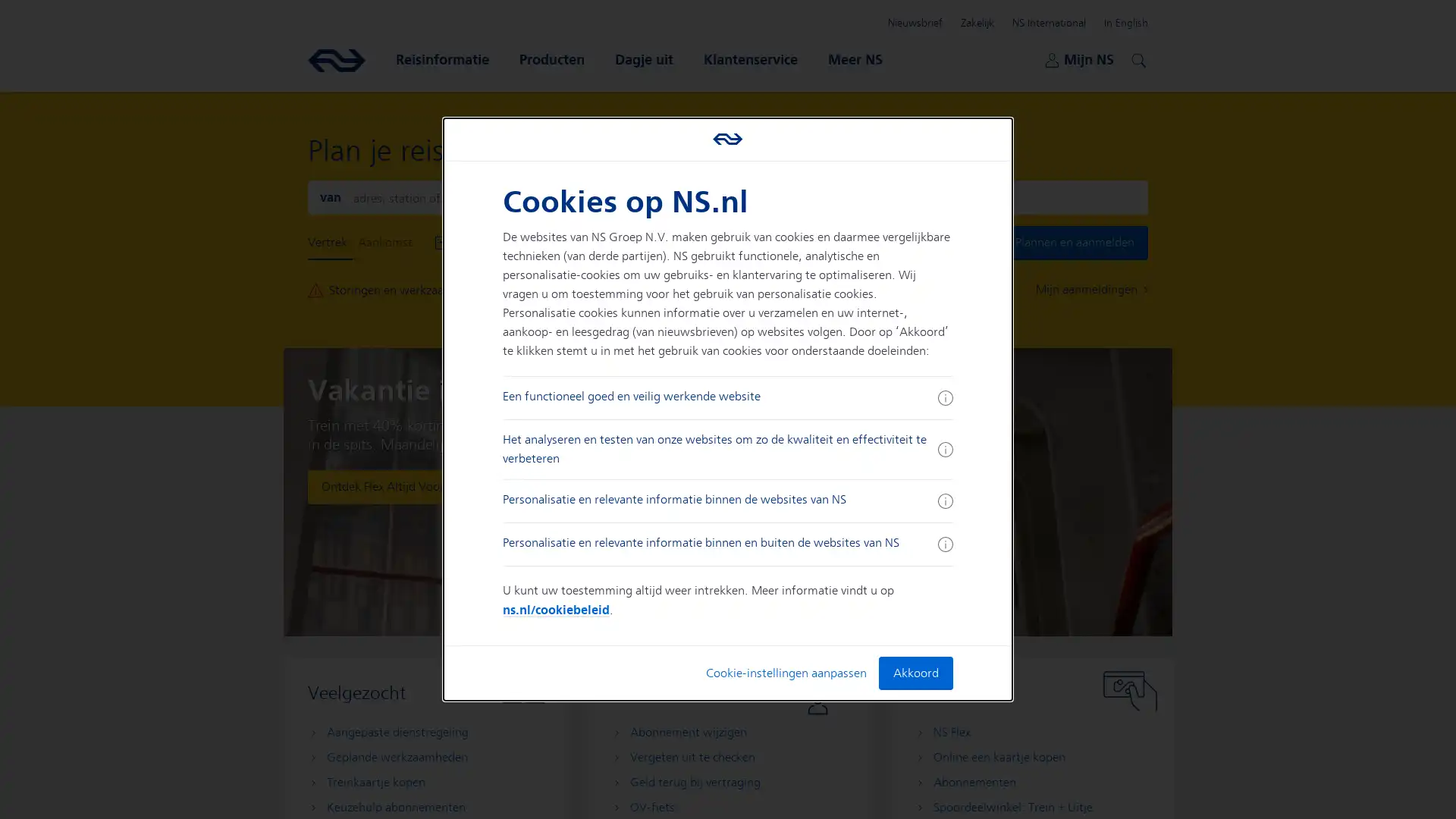  What do you see at coordinates (695, 242) in the screenshot?
I see `Toon Opties` at bounding box center [695, 242].